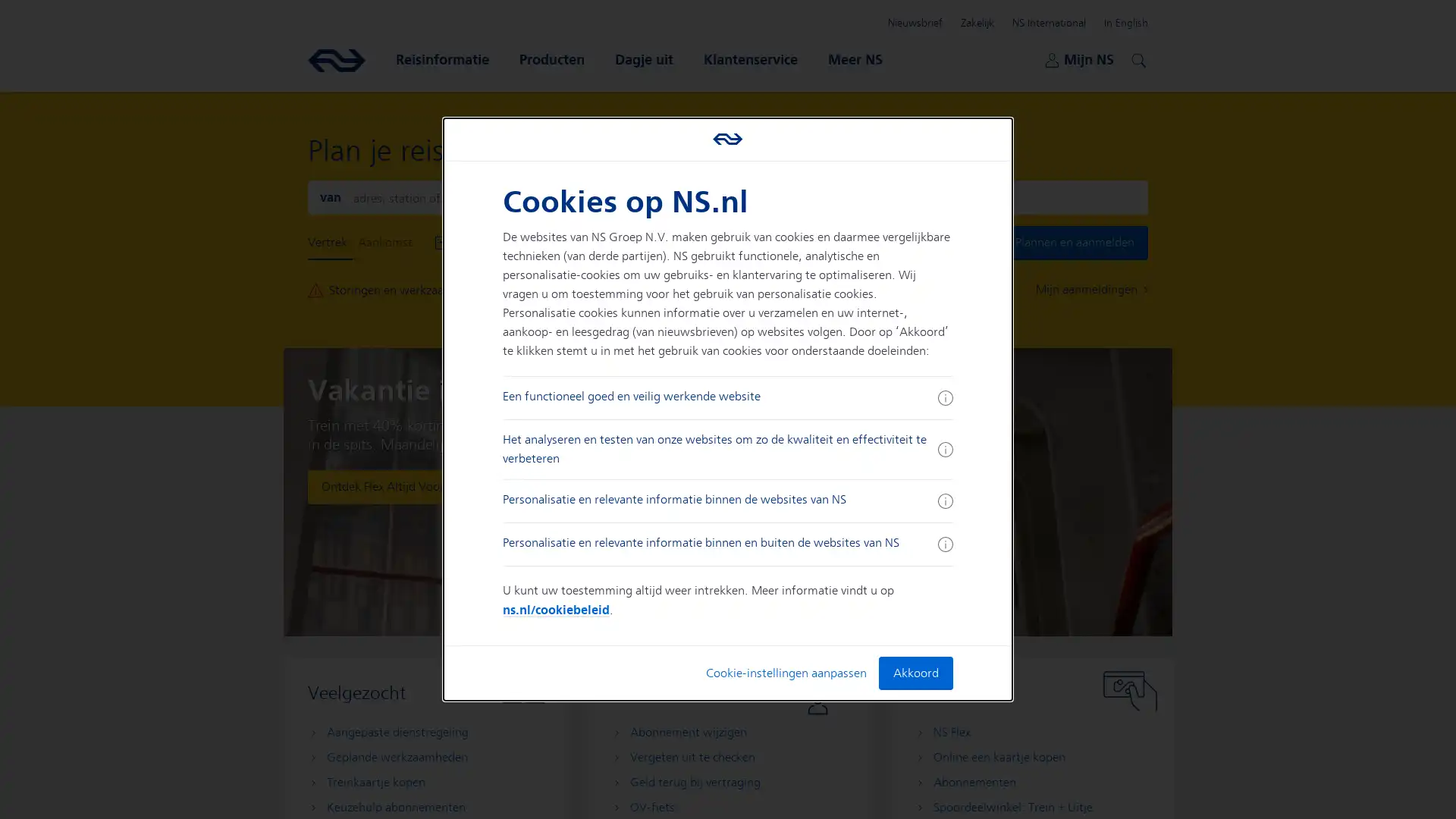  What do you see at coordinates (695, 242) in the screenshot?
I see `Toon Opties` at bounding box center [695, 242].